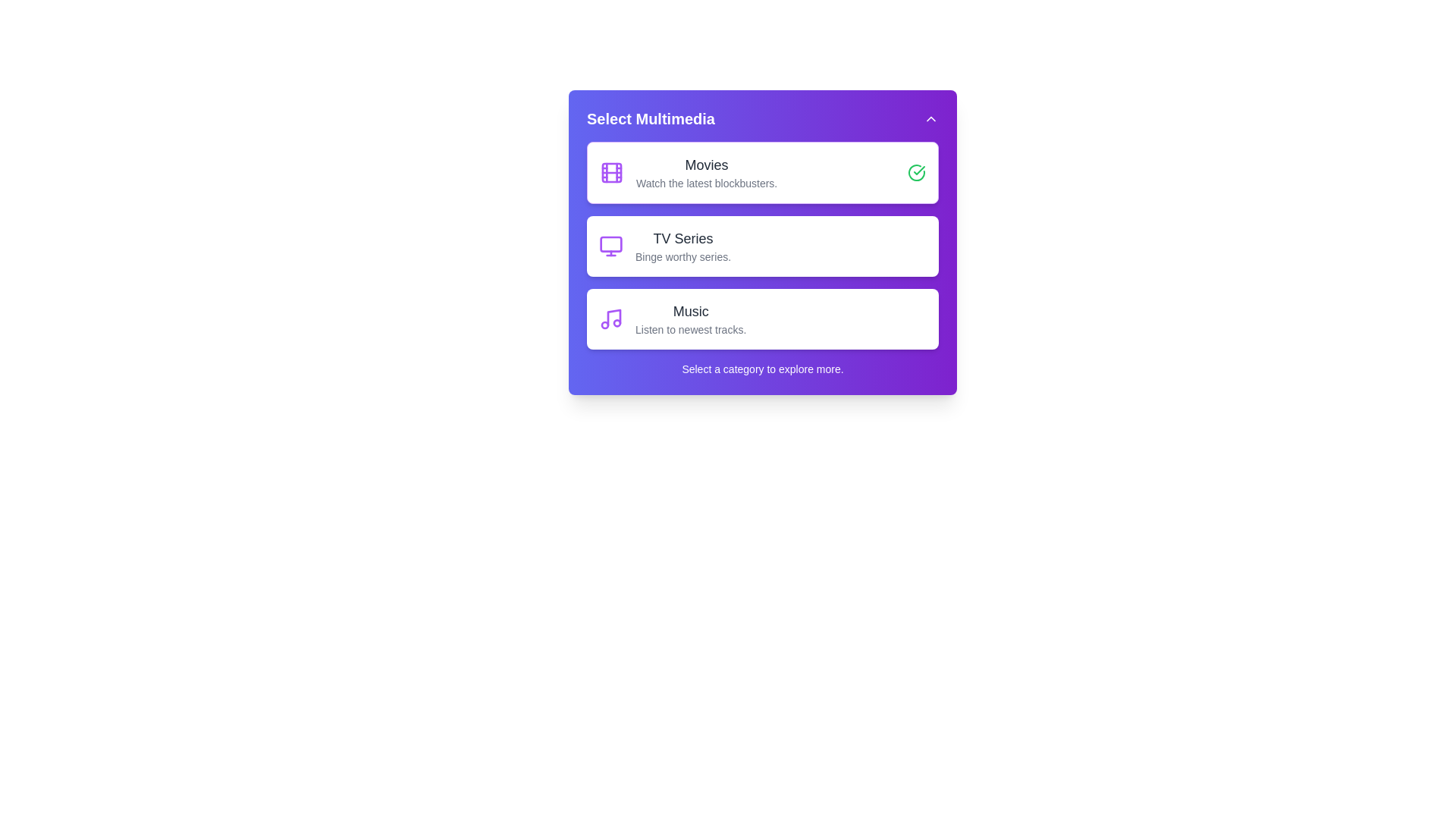 The width and height of the screenshot is (1456, 819). I want to click on the multimedia category Music by clicking on its respective card, so click(763, 318).